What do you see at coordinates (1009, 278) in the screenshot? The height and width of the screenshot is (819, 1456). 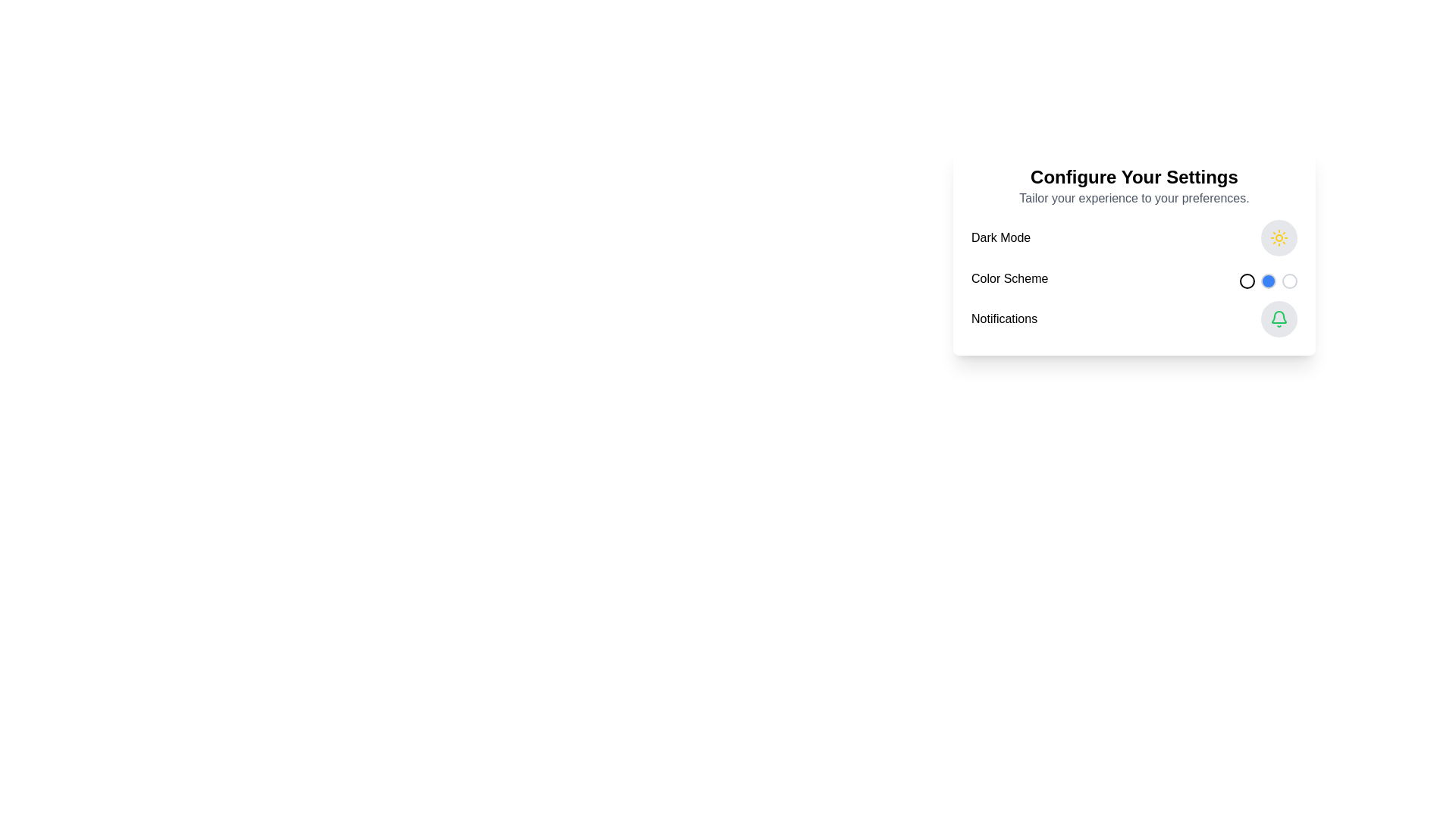 I see `the label indicating the purpose or category of the settings options, positioned below the 'Dark Mode' label and above the 'Notifications' label` at bounding box center [1009, 278].